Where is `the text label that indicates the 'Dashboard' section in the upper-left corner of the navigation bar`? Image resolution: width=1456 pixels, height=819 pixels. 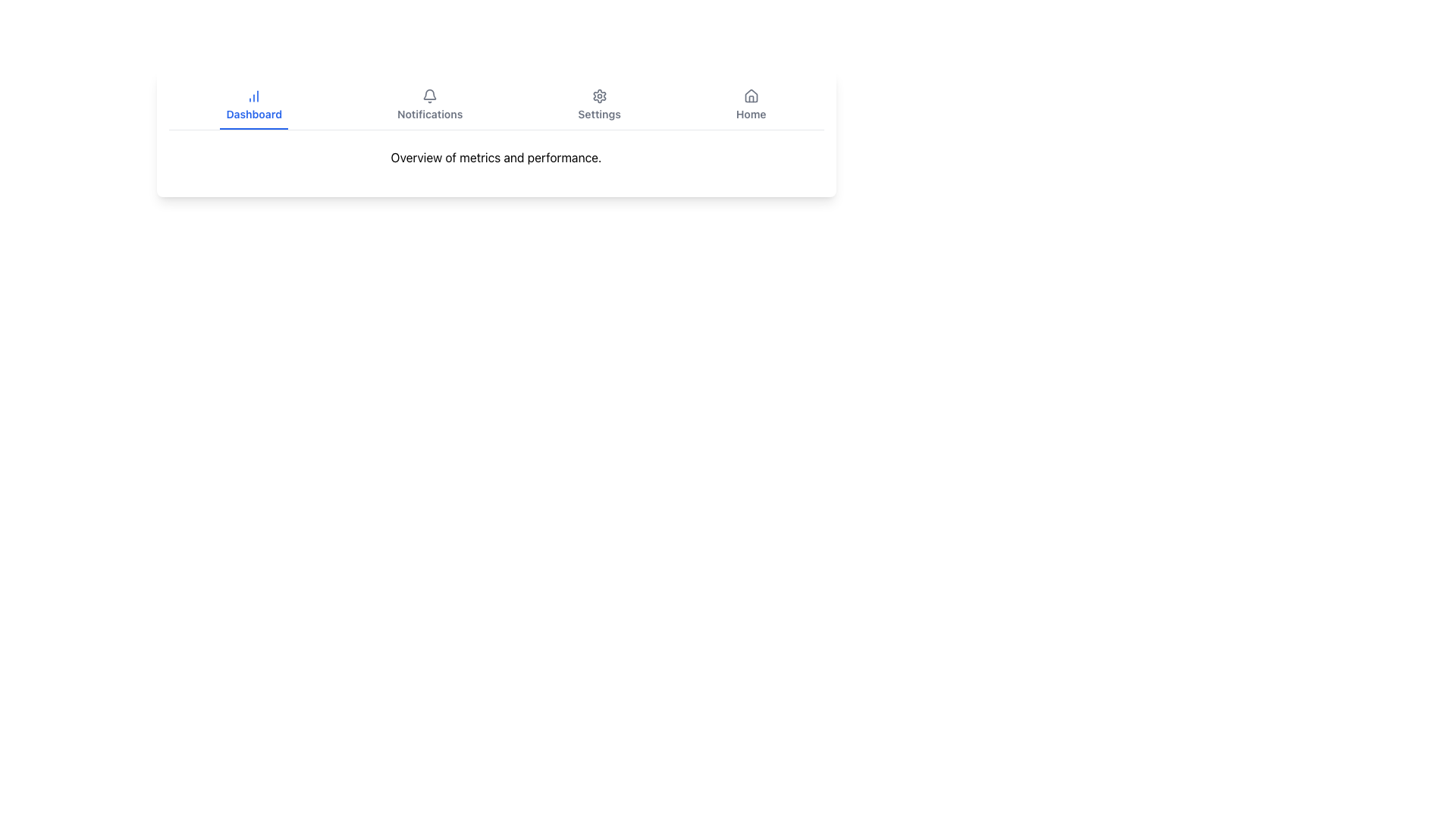 the text label that indicates the 'Dashboard' section in the upper-left corner of the navigation bar is located at coordinates (254, 113).